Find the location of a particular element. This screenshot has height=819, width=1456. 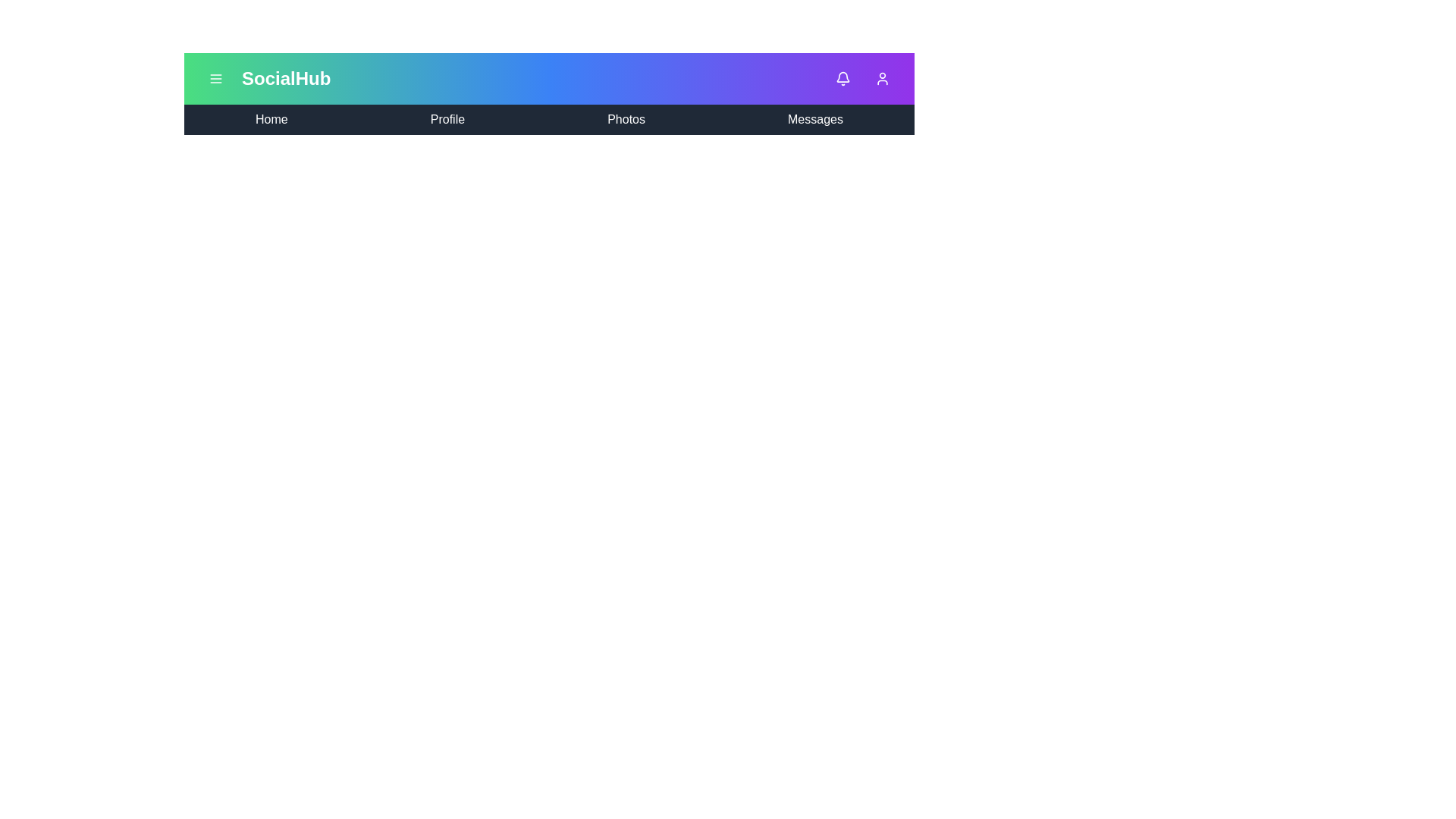

the navigation item Profile to see the hover effect is located at coordinates (447, 119).